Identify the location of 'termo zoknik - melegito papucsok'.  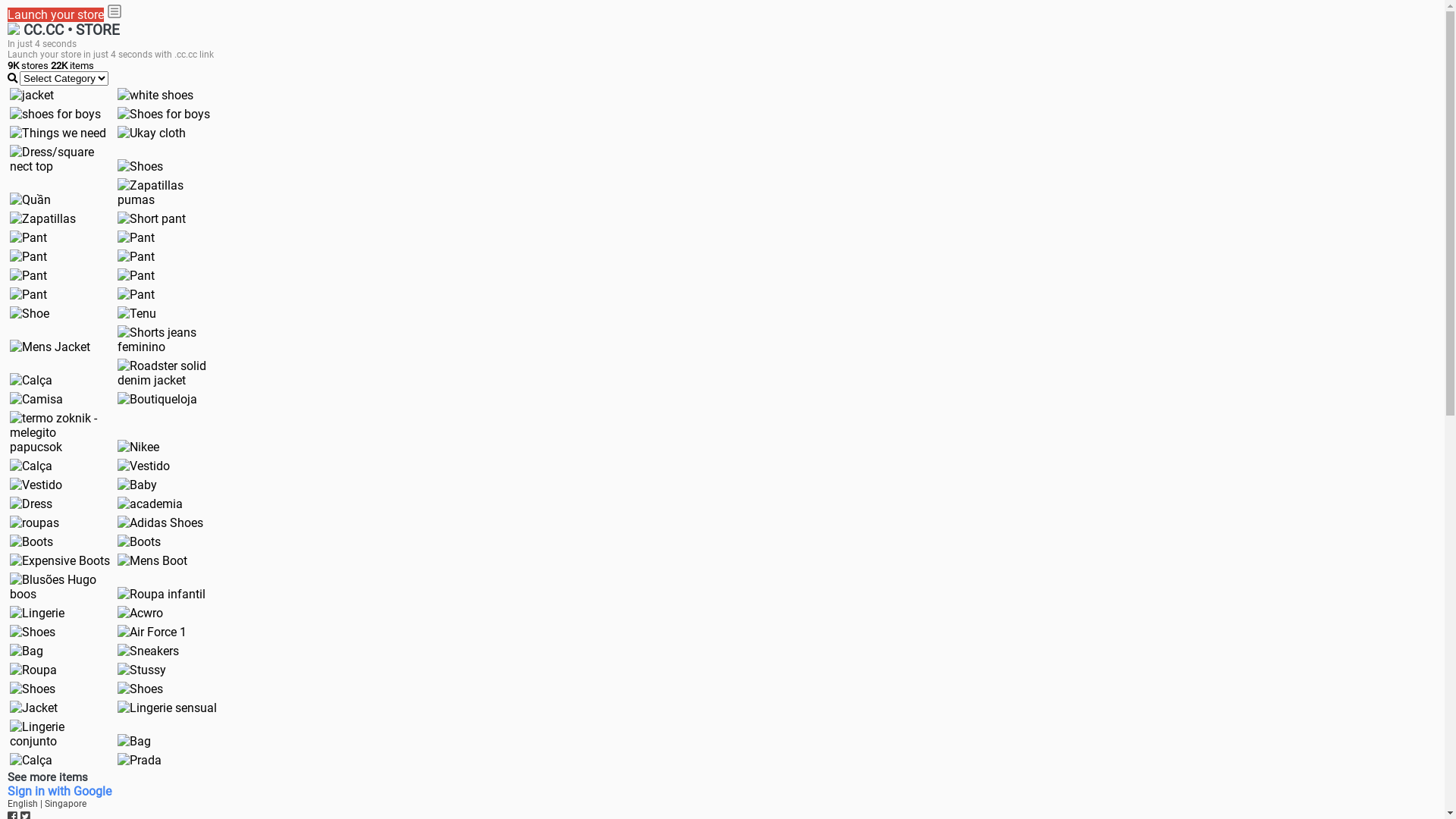
(59, 432).